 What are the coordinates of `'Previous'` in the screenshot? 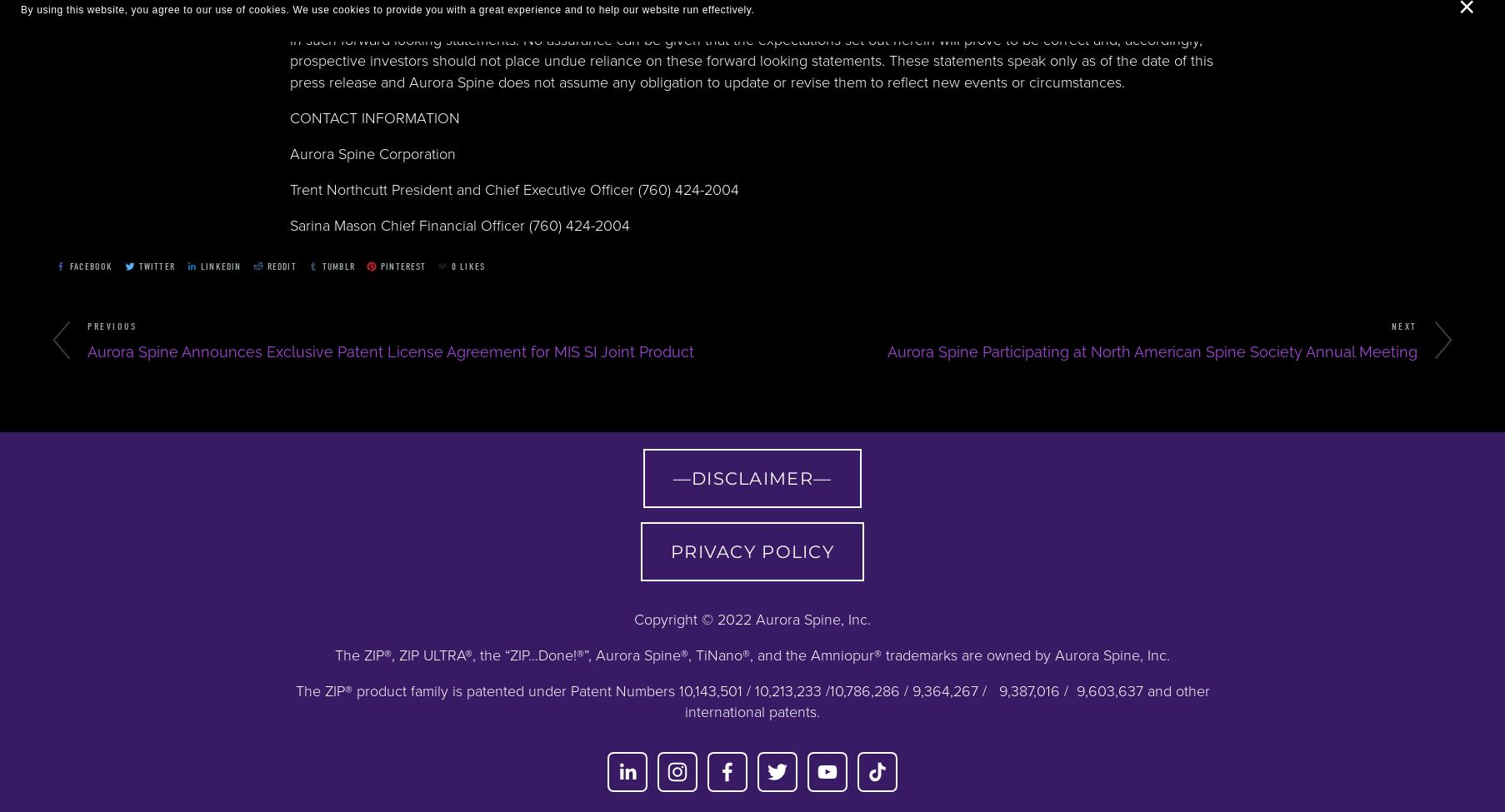 It's located at (111, 325).